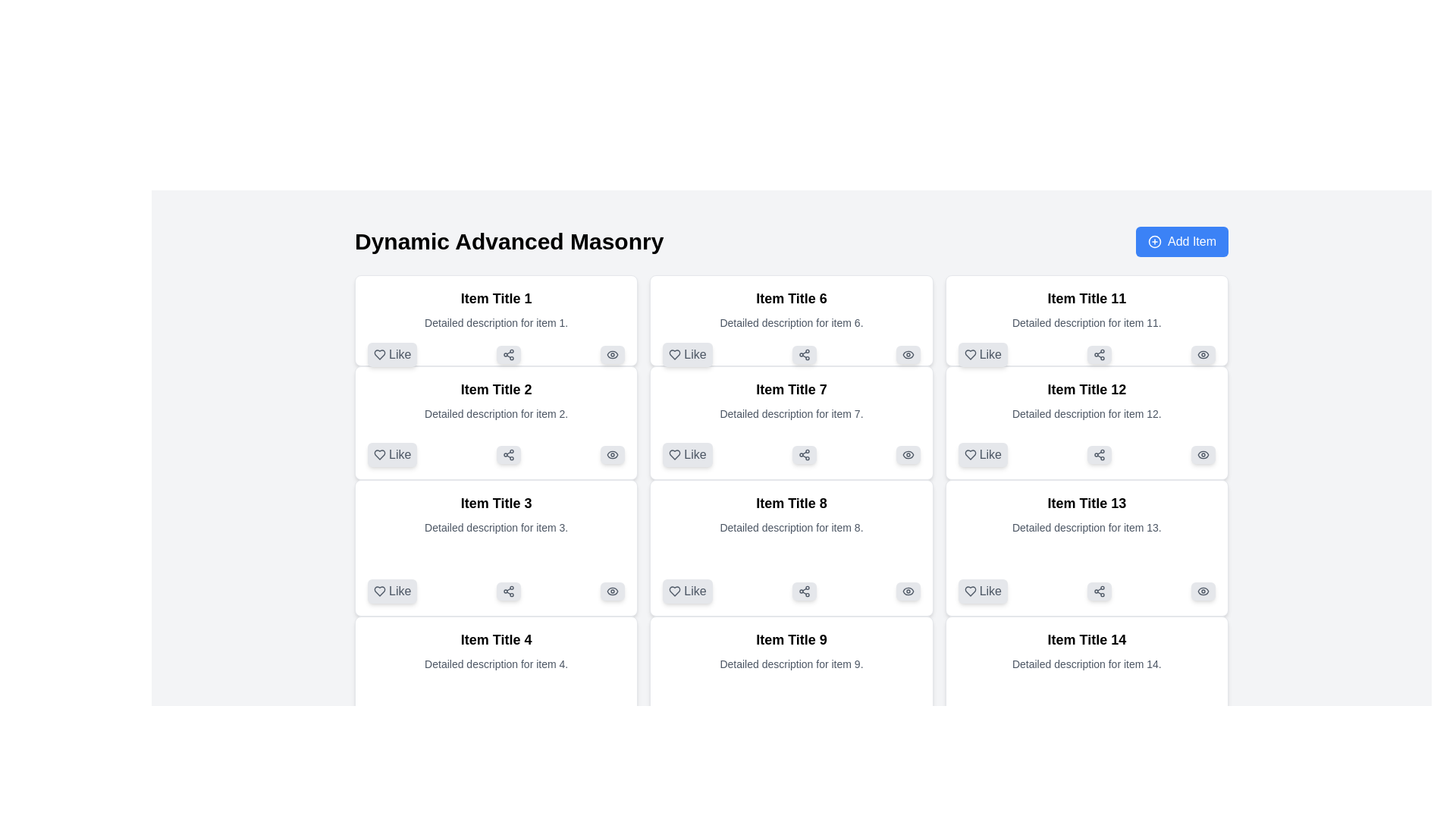 The width and height of the screenshot is (1456, 819). I want to click on the static text providing additional descriptive information for 'Item Title 9', located beneath the title in the ninth card of the grid layout, so click(790, 663).